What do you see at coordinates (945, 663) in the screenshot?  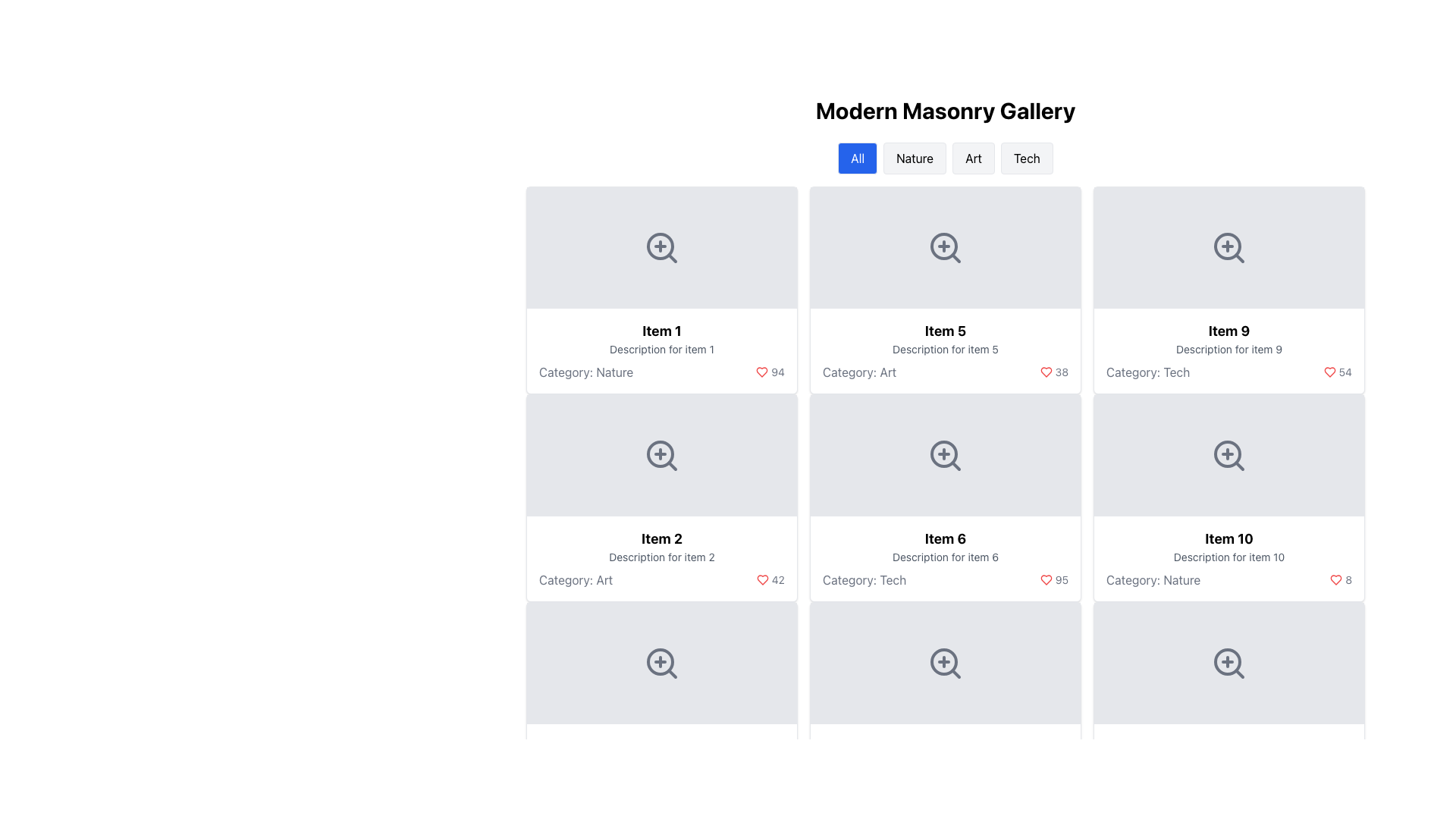 I see `the magnifying glass icon with a '+' symbol located in the bottom section of the card labeled 'Item 7 Description for item 7 Category: Nature 68' in the 'Modern Masonry Gallery' grid layout` at bounding box center [945, 663].